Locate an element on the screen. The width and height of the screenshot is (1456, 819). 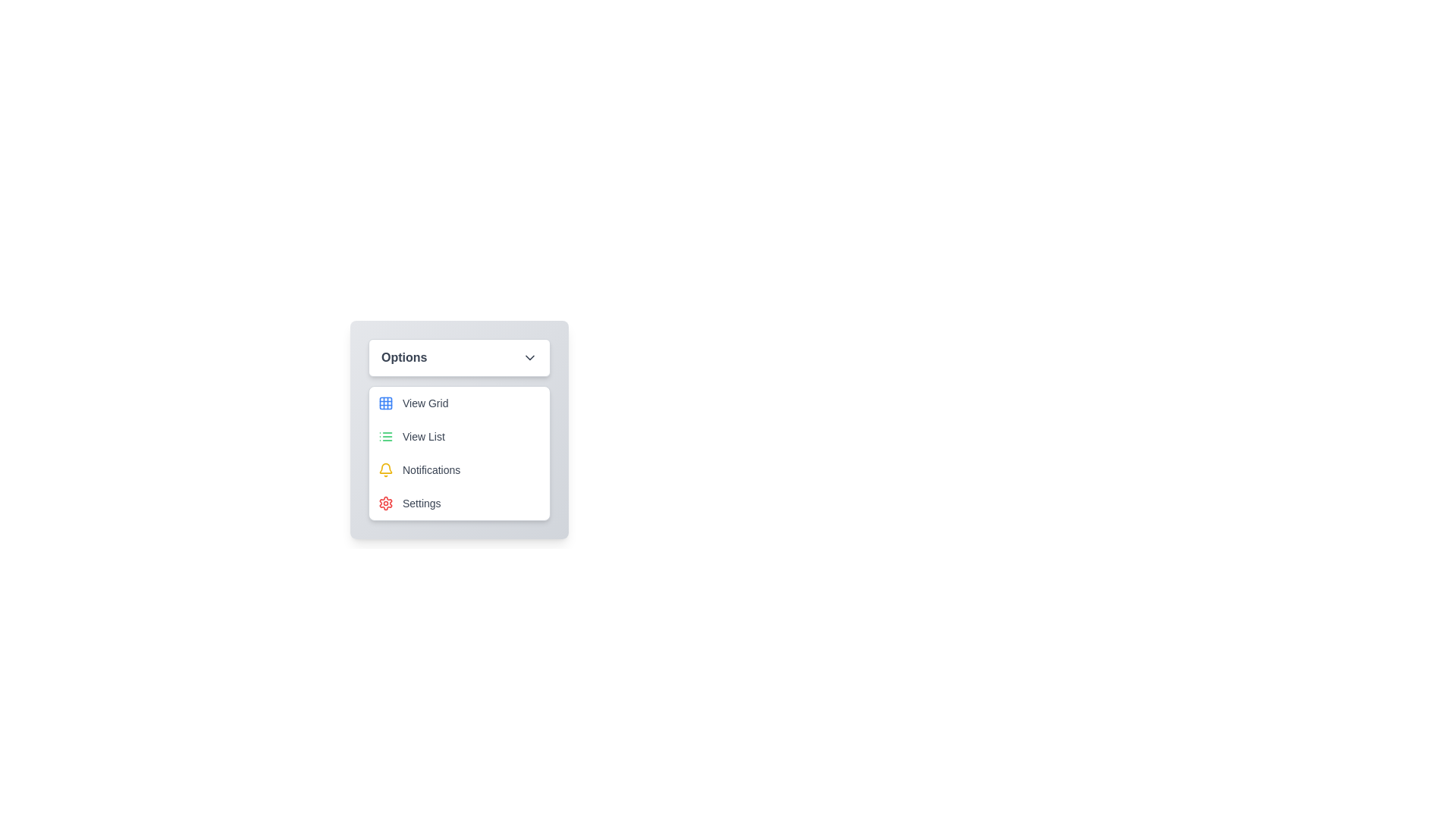
the third menu item in the vertical list, which is located between 'View List' and 'Settings', to trigger the contextual menu is located at coordinates (458, 469).